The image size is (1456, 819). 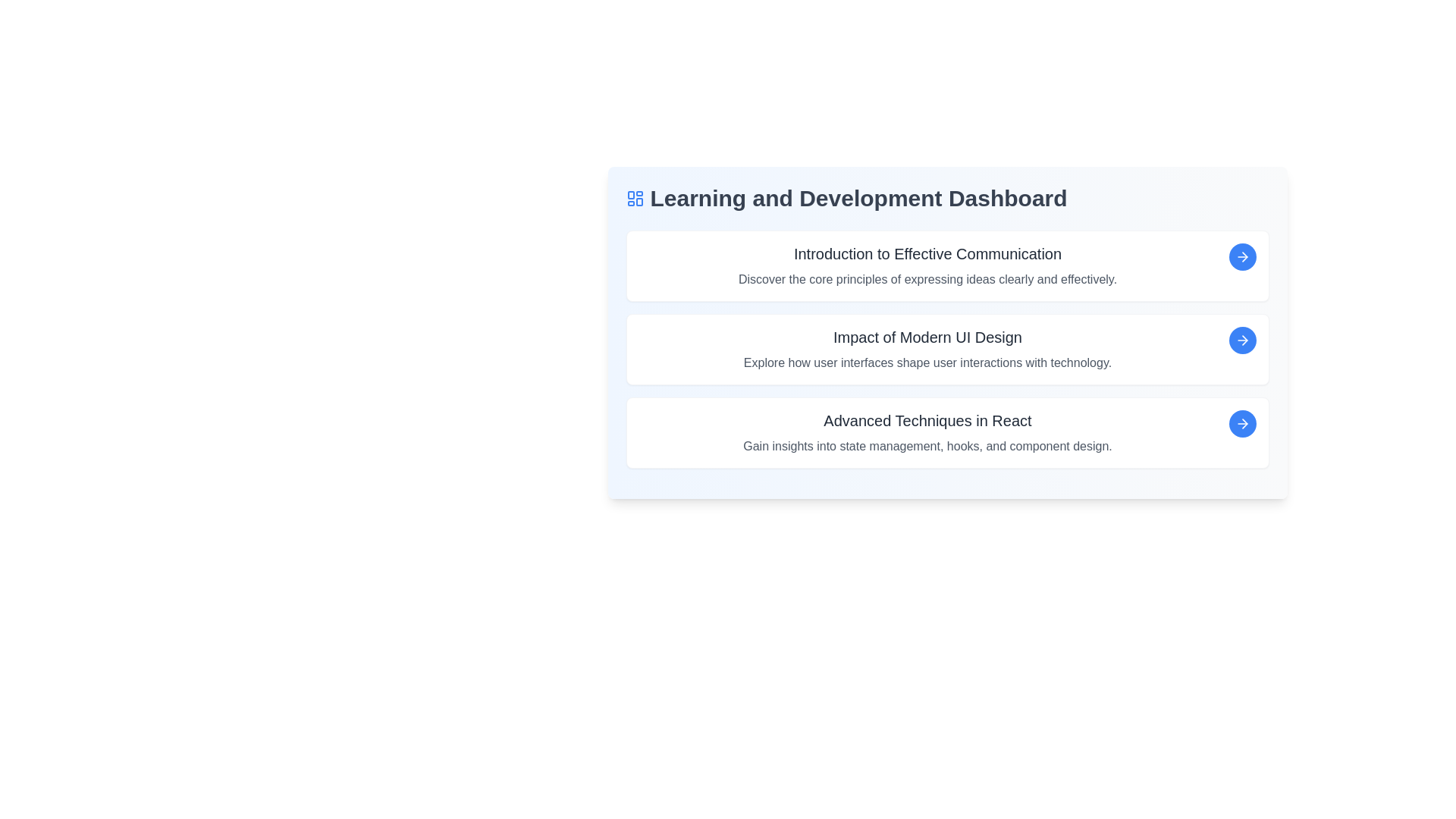 What do you see at coordinates (927, 350) in the screenshot?
I see `informational text block titled 'Impact of Modern UI Design', which contains a description about how user interfaces shape user interactions with technology` at bounding box center [927, 350].